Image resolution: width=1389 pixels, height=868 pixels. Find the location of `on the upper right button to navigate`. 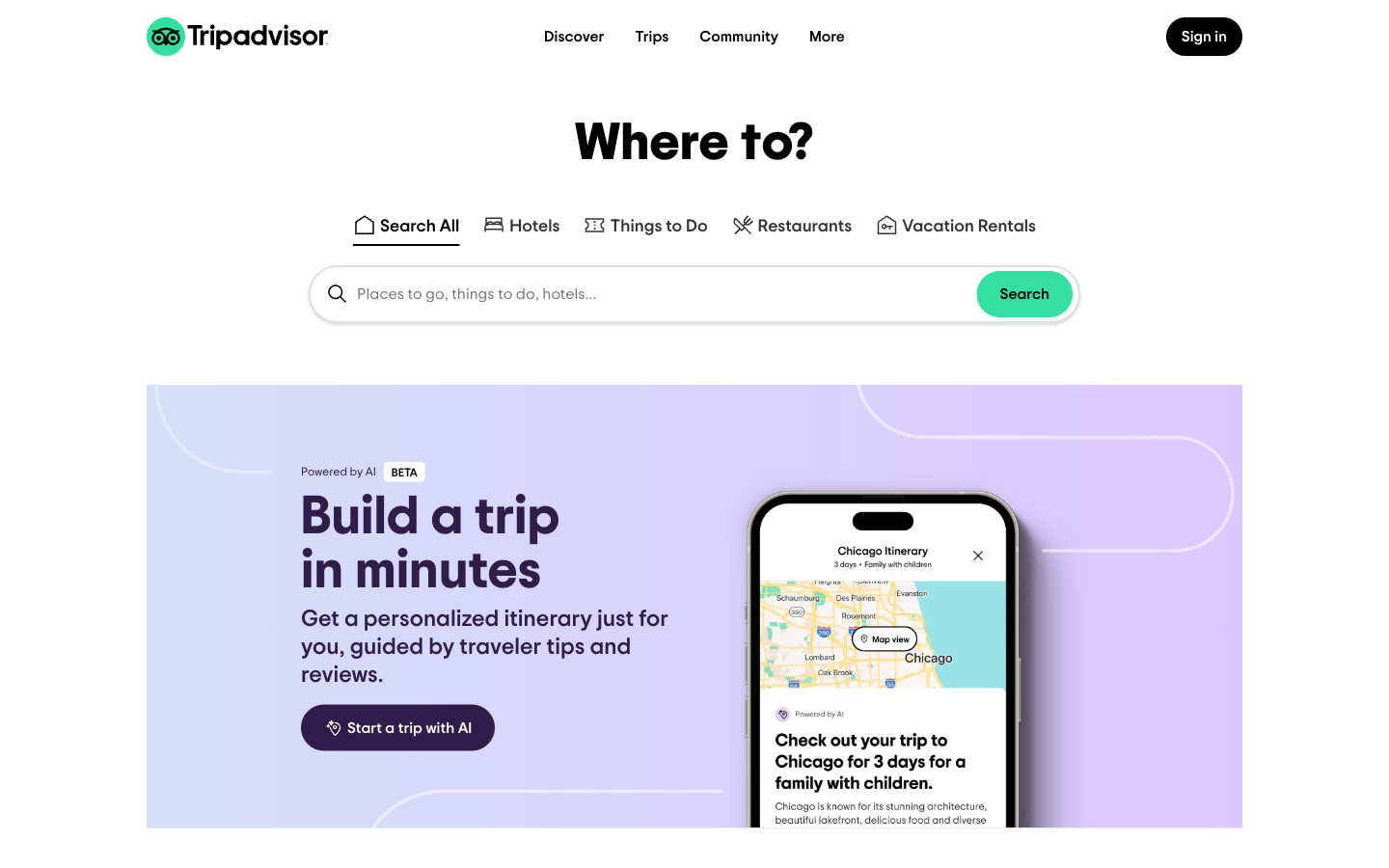

on the upper right button to navigate is located at coordinates (1203, 27).